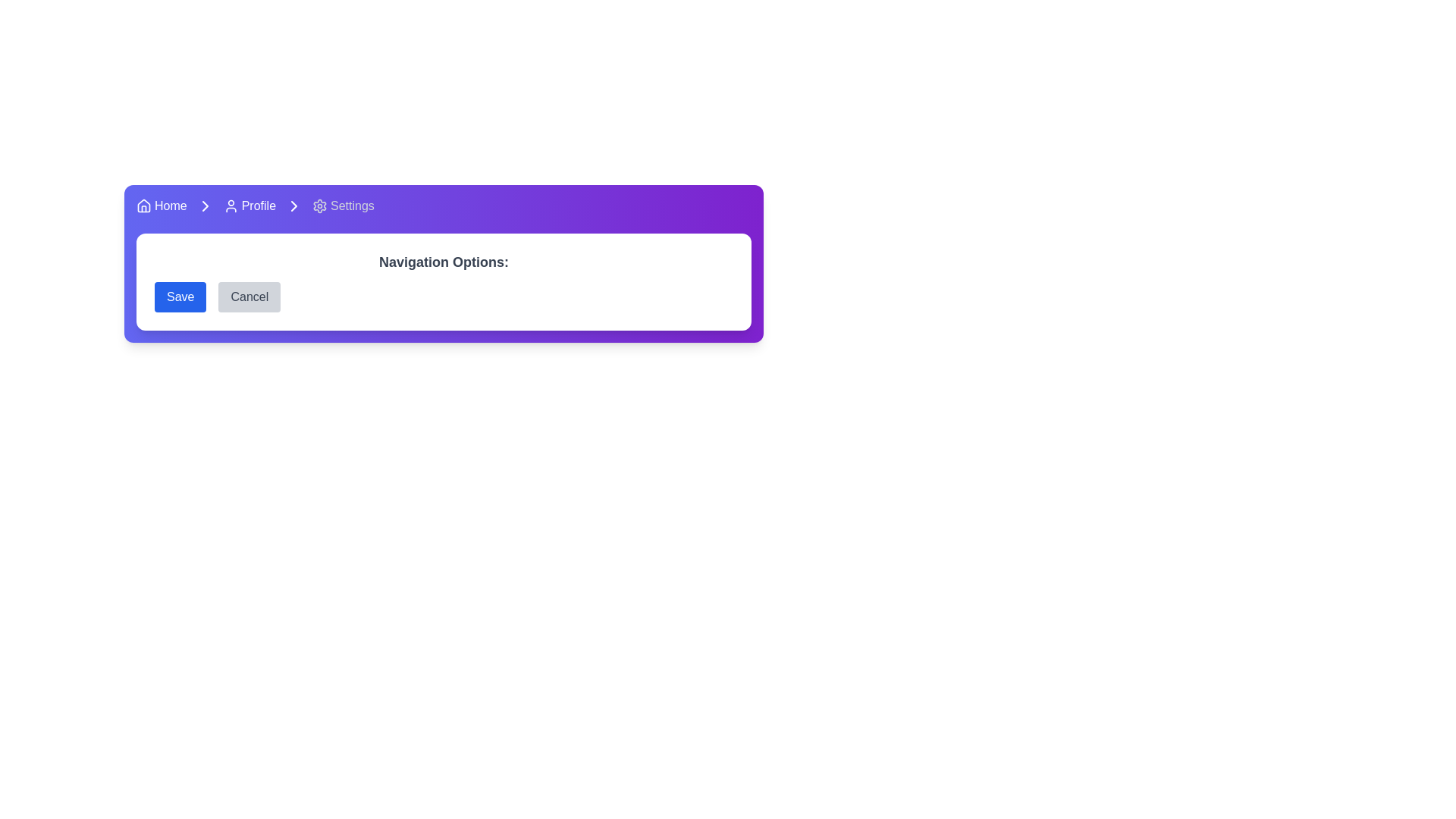 Image resolution: width=1456 pixels, height=819 pixels. What do you see at coordinates (230, 206) in the screenshot?
I see `the profile icon, which is a circular head above a curved line representing shoulders, located to the left of the 'Profile' text in the navigation bar` at bounding box center [230, 206].